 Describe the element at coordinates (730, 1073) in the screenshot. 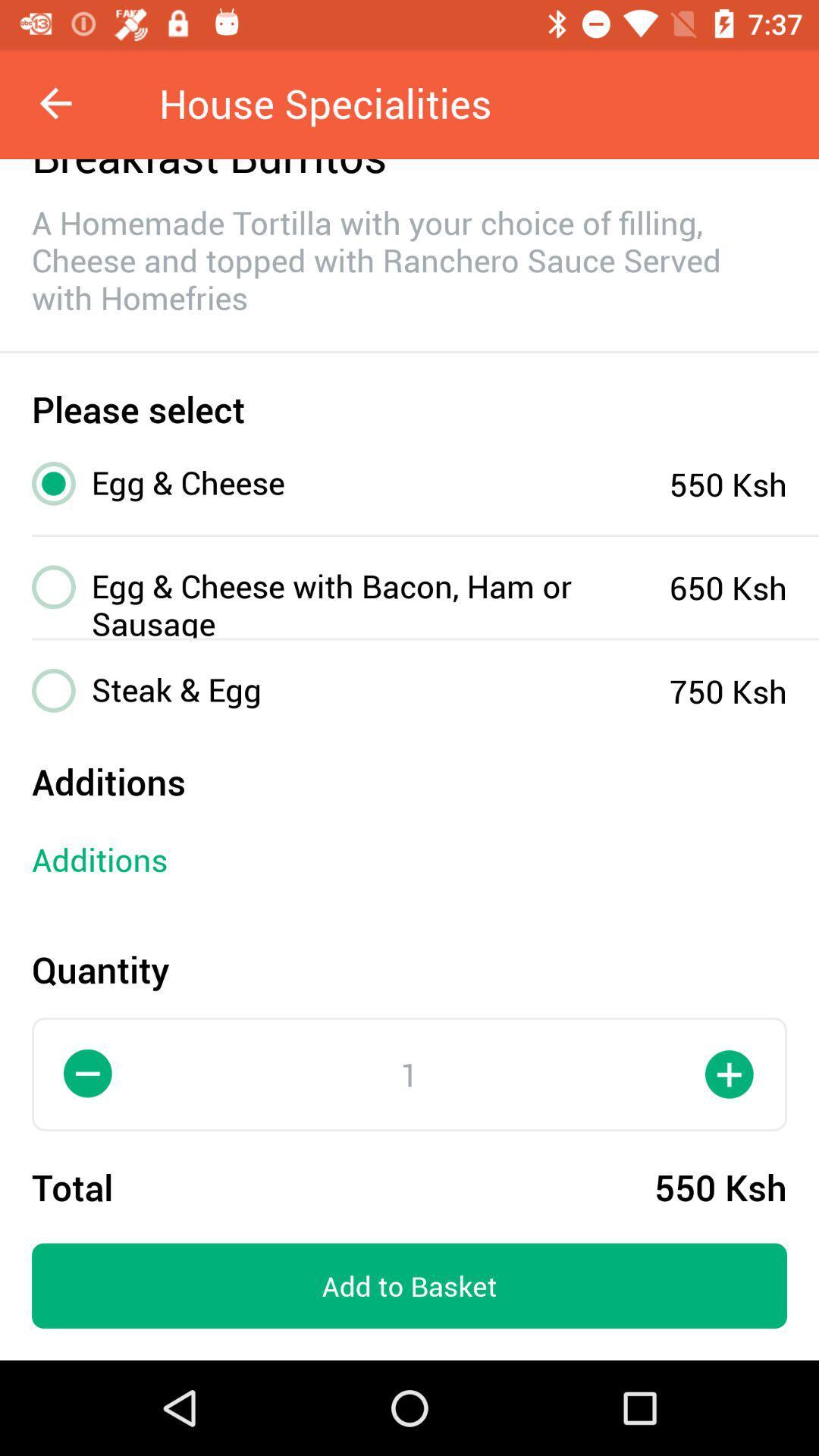

I see `the add icon` at that location.